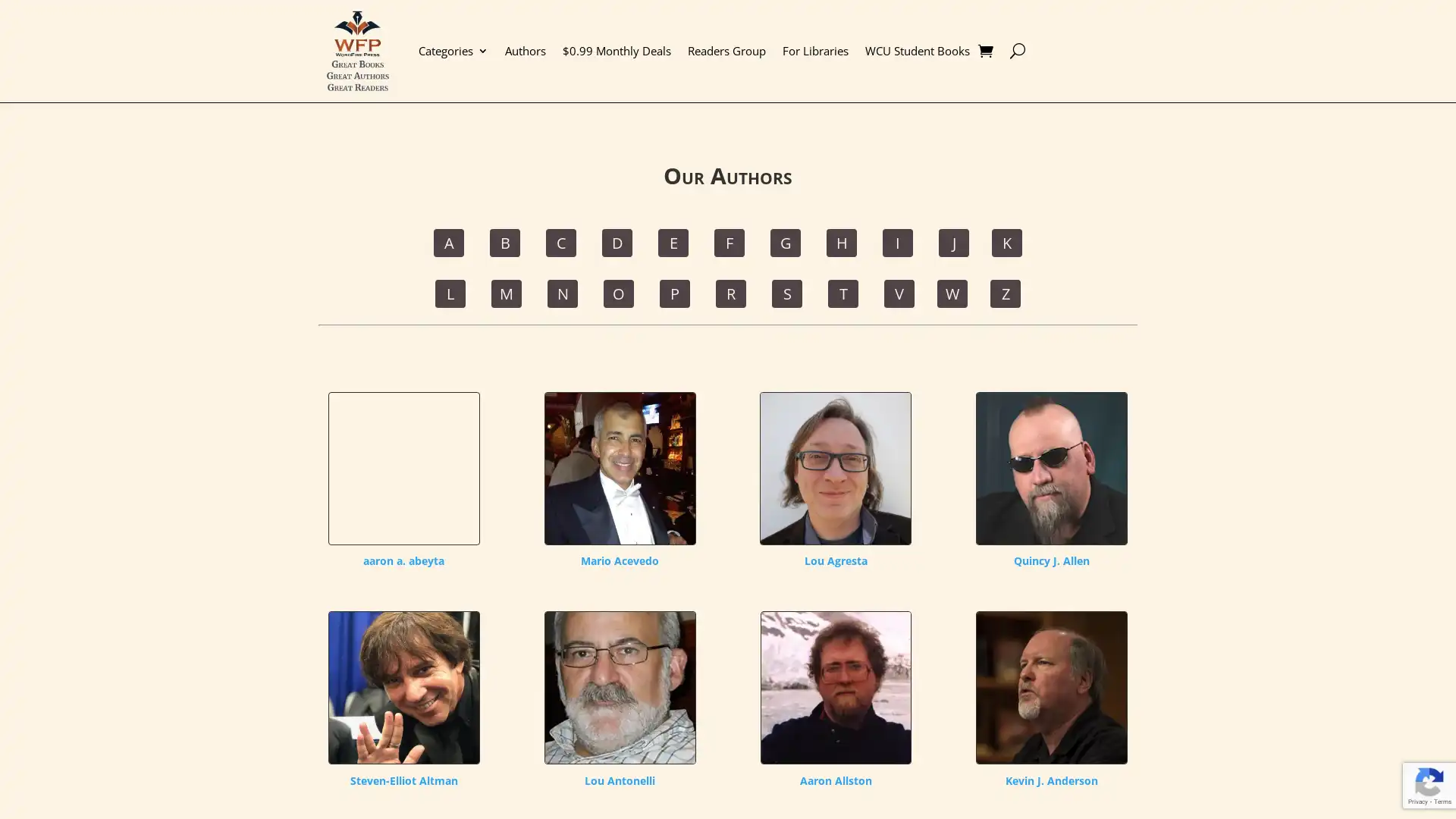 This screenshot has height=819, width=1456. What do you see at coordinates (843, 293) in the screenshot?
I see `T` at bounding box center [843, 293].